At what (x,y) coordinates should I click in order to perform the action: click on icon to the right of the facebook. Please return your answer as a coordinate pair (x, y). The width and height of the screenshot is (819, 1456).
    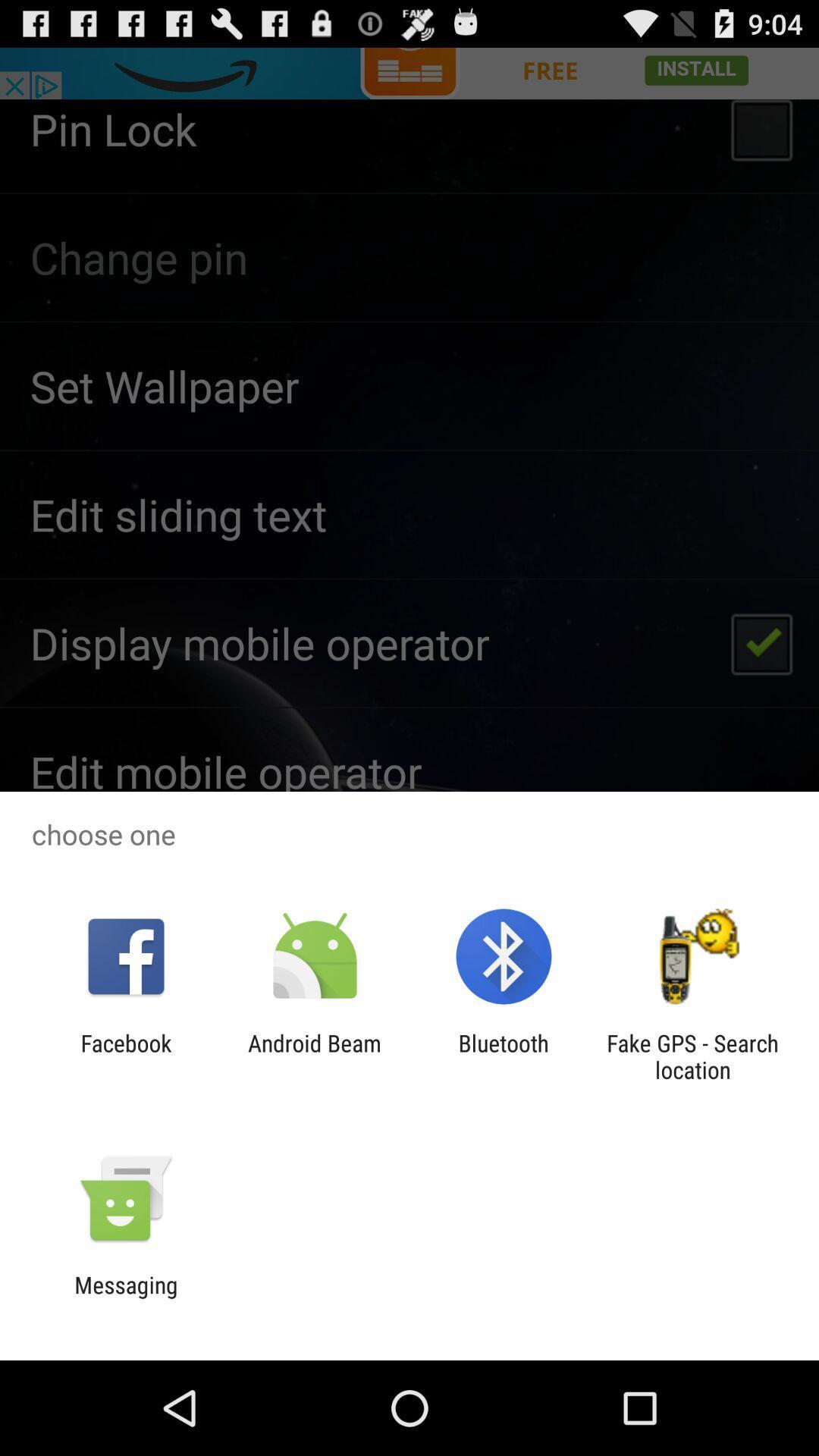
    Looking at the image, I should click on (314, 1056).